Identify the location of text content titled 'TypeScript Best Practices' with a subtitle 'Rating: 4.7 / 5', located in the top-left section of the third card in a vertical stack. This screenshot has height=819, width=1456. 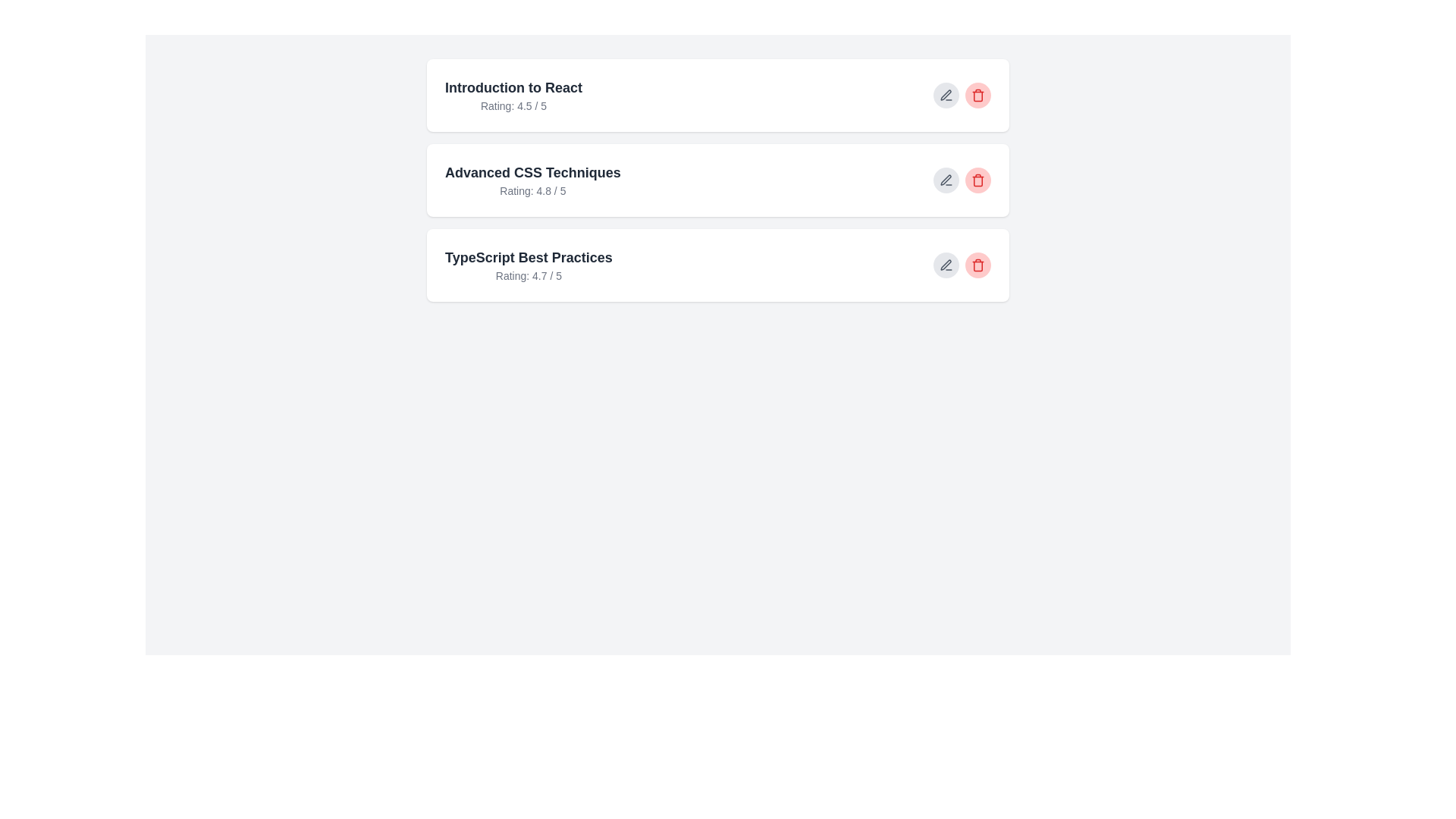
(529, 265).